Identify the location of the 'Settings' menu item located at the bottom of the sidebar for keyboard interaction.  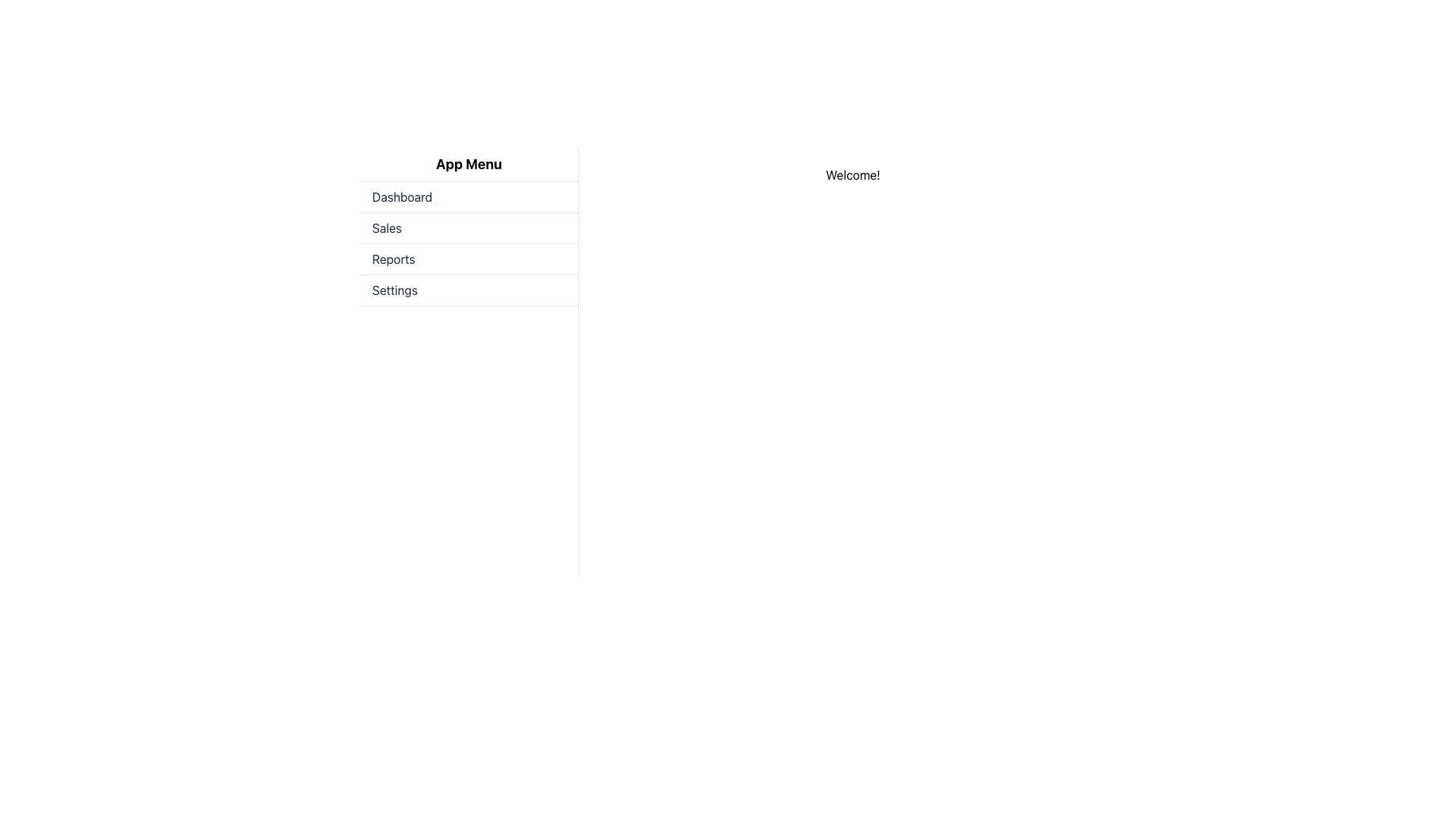
(468, 290).